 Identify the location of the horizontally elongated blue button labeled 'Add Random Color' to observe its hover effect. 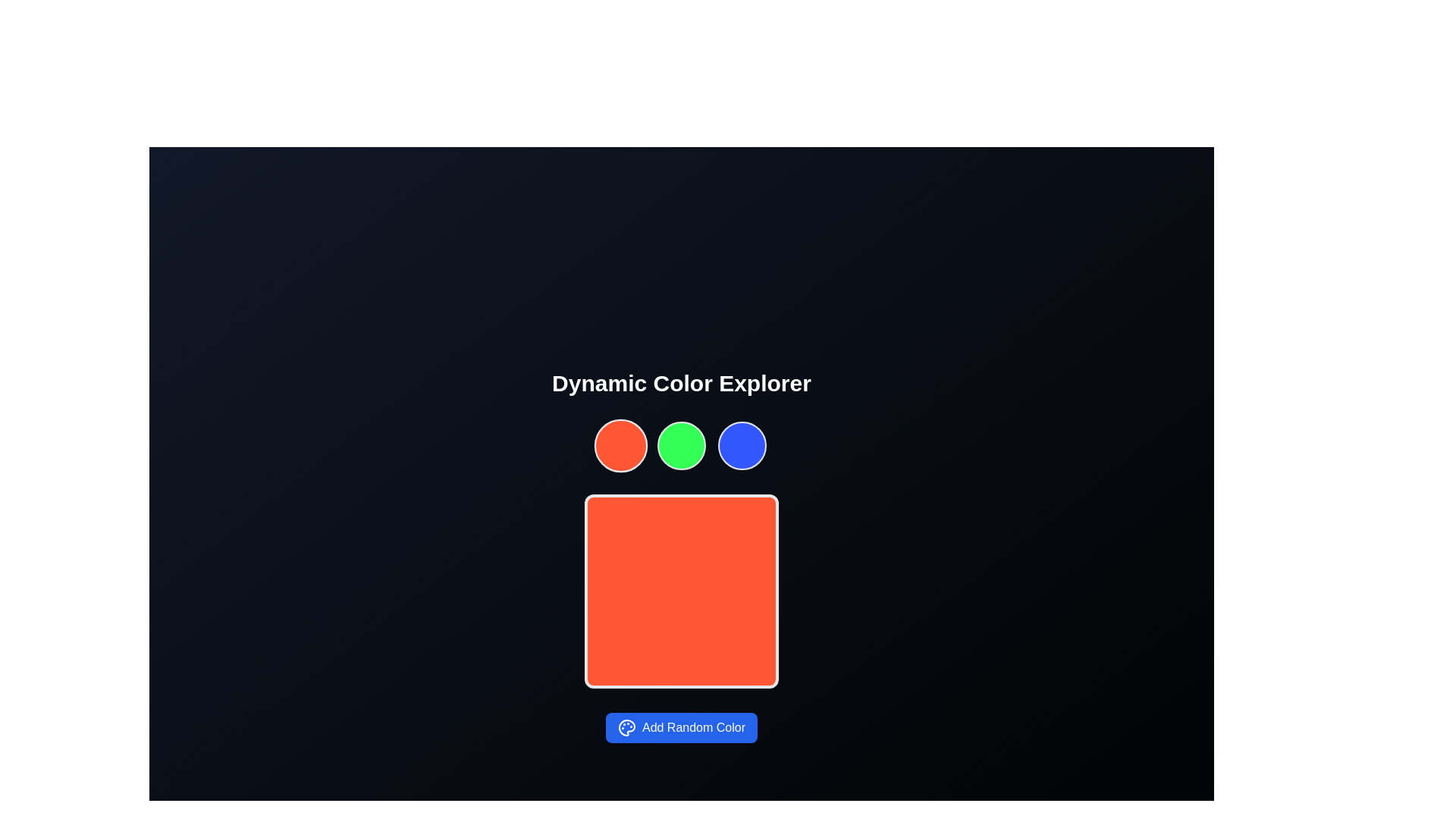
(680, 727).